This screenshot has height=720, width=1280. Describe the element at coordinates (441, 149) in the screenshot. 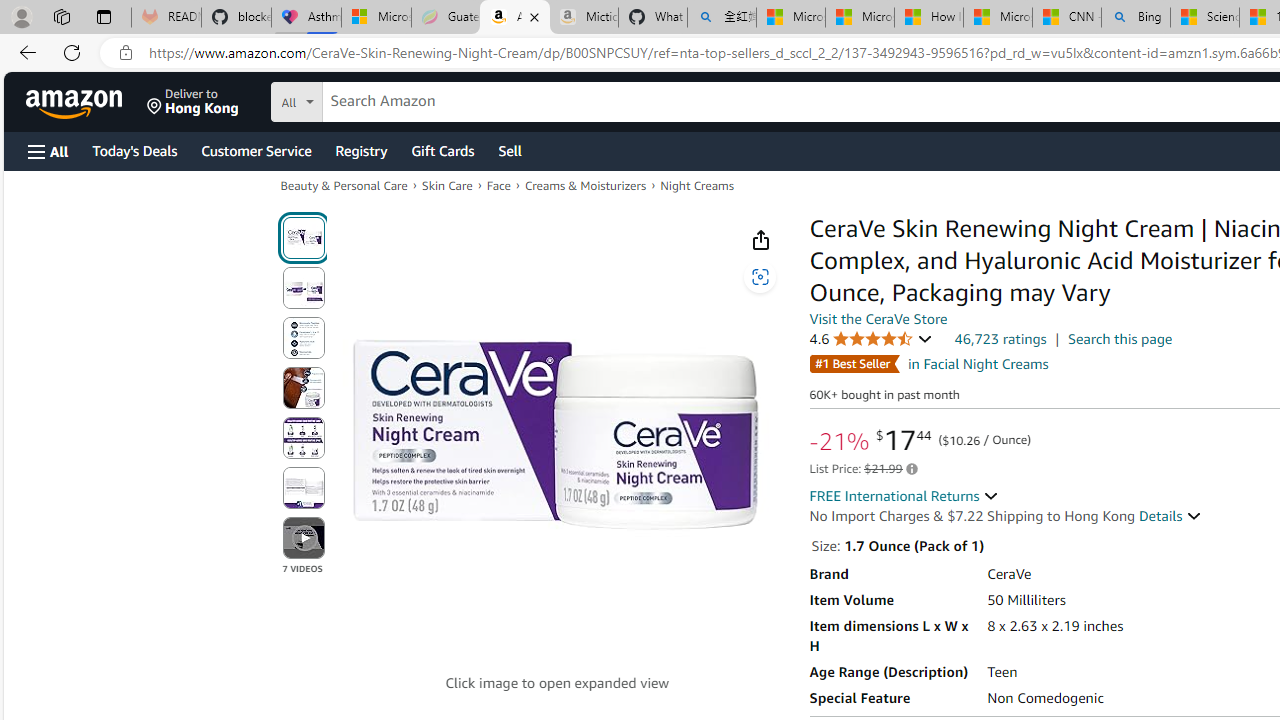

I see `'Gift Cards'` at that location.